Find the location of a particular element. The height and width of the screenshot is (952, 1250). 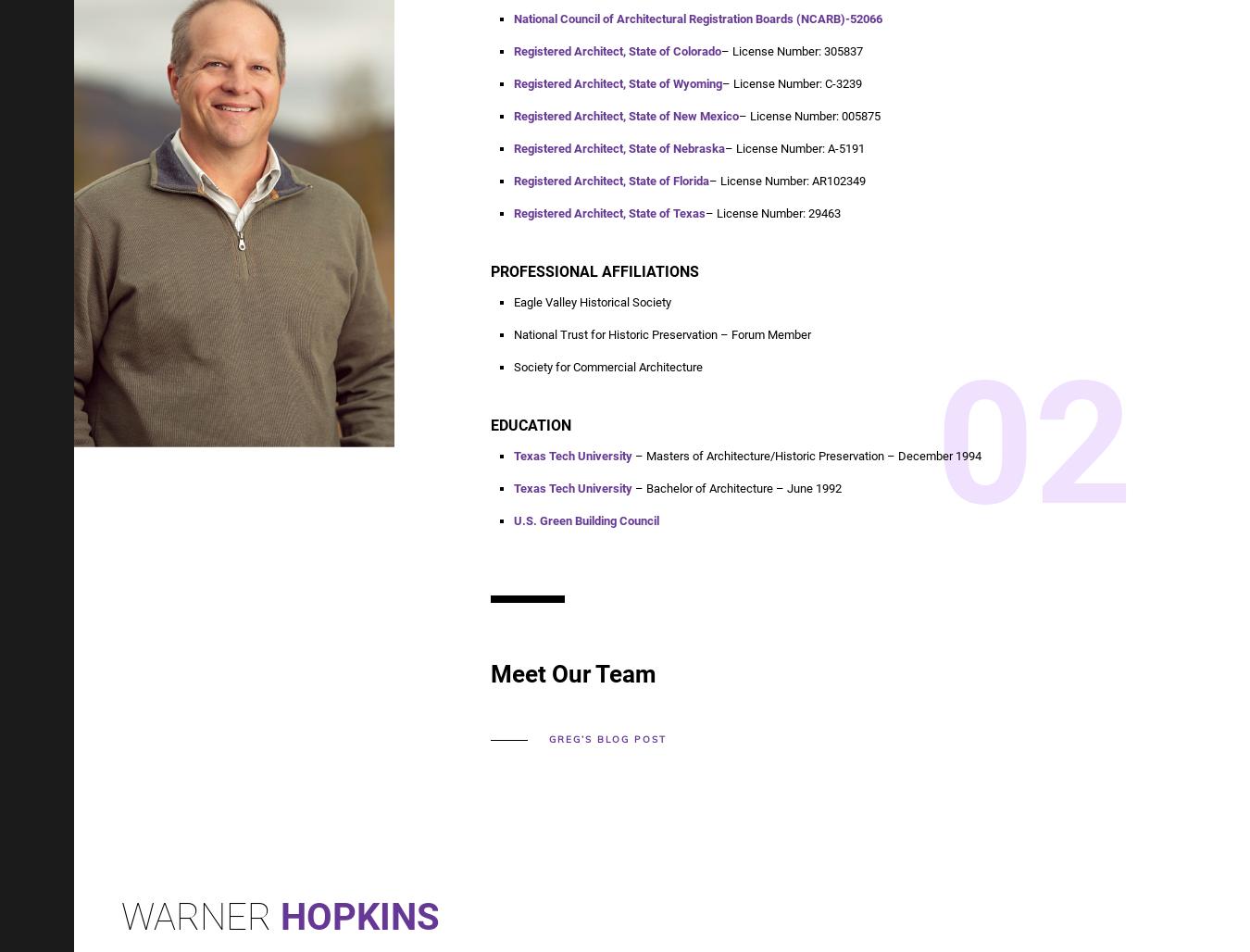

'Greg’s Blog Post' is located at coordinates (607, 739).